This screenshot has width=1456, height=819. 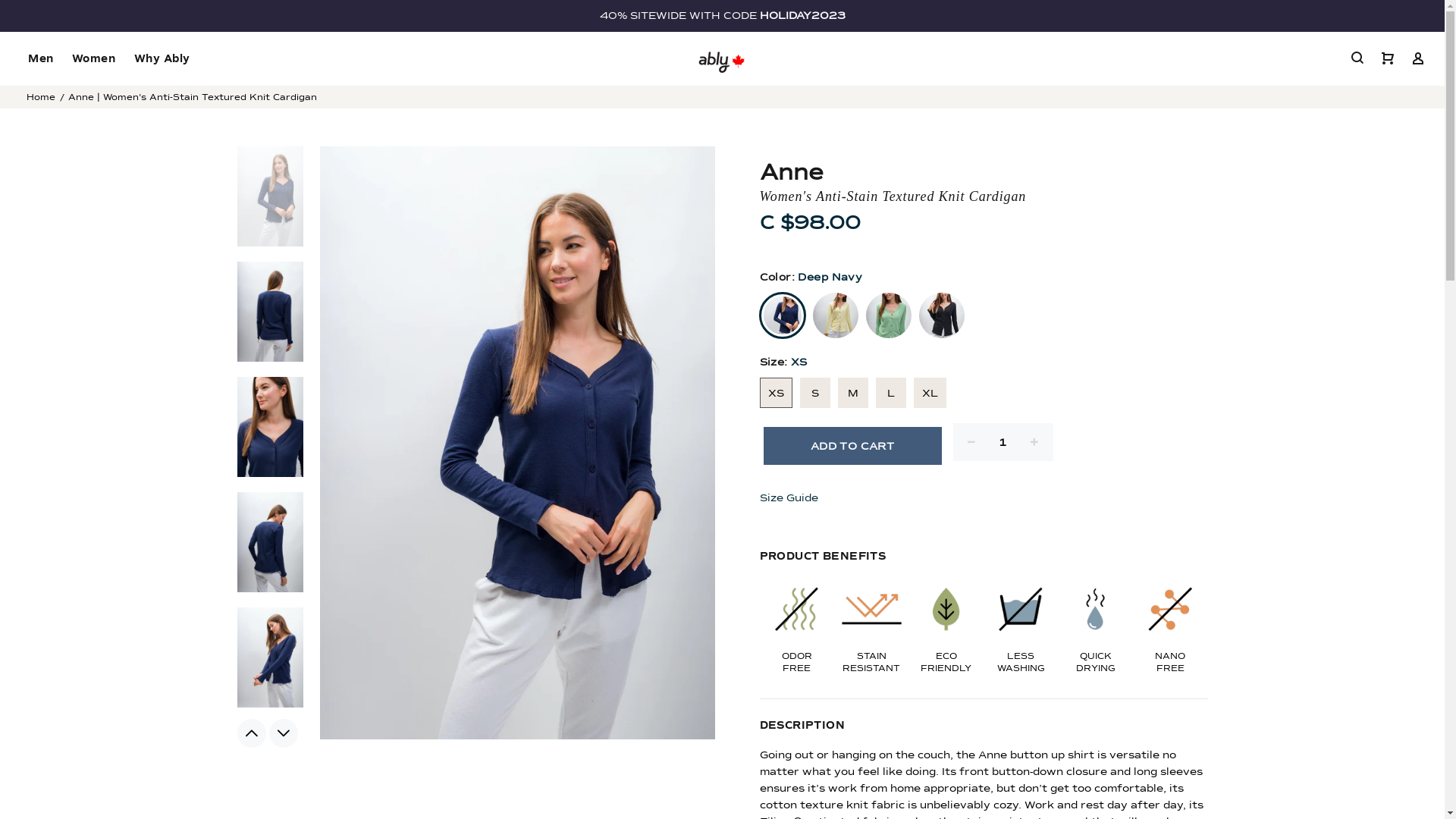 What do you see at coordinates (93, 58) in the screenshot?
I see `'Women'` at bounding box center [93, 58].